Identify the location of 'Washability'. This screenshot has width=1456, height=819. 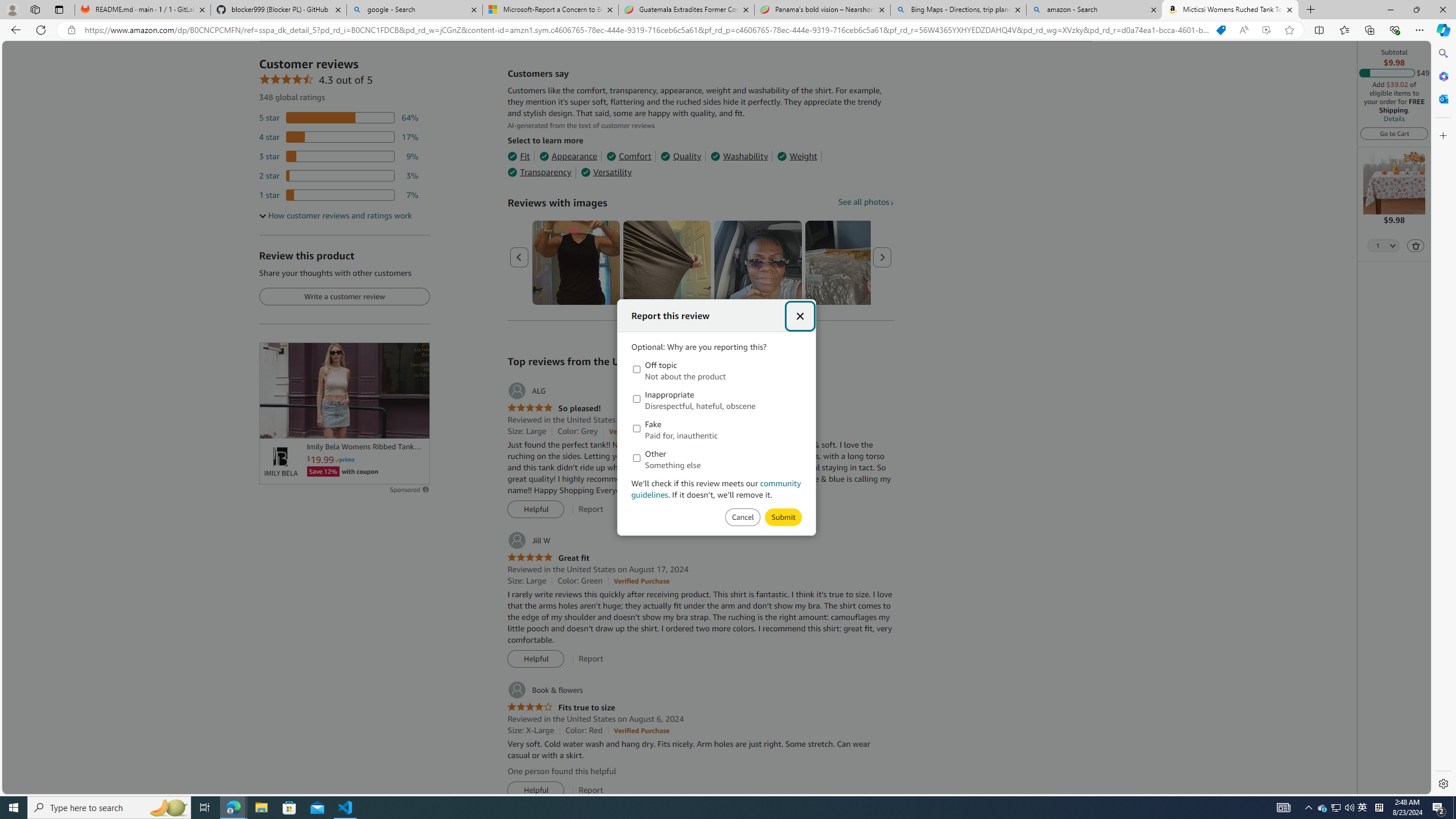
(739, 156).